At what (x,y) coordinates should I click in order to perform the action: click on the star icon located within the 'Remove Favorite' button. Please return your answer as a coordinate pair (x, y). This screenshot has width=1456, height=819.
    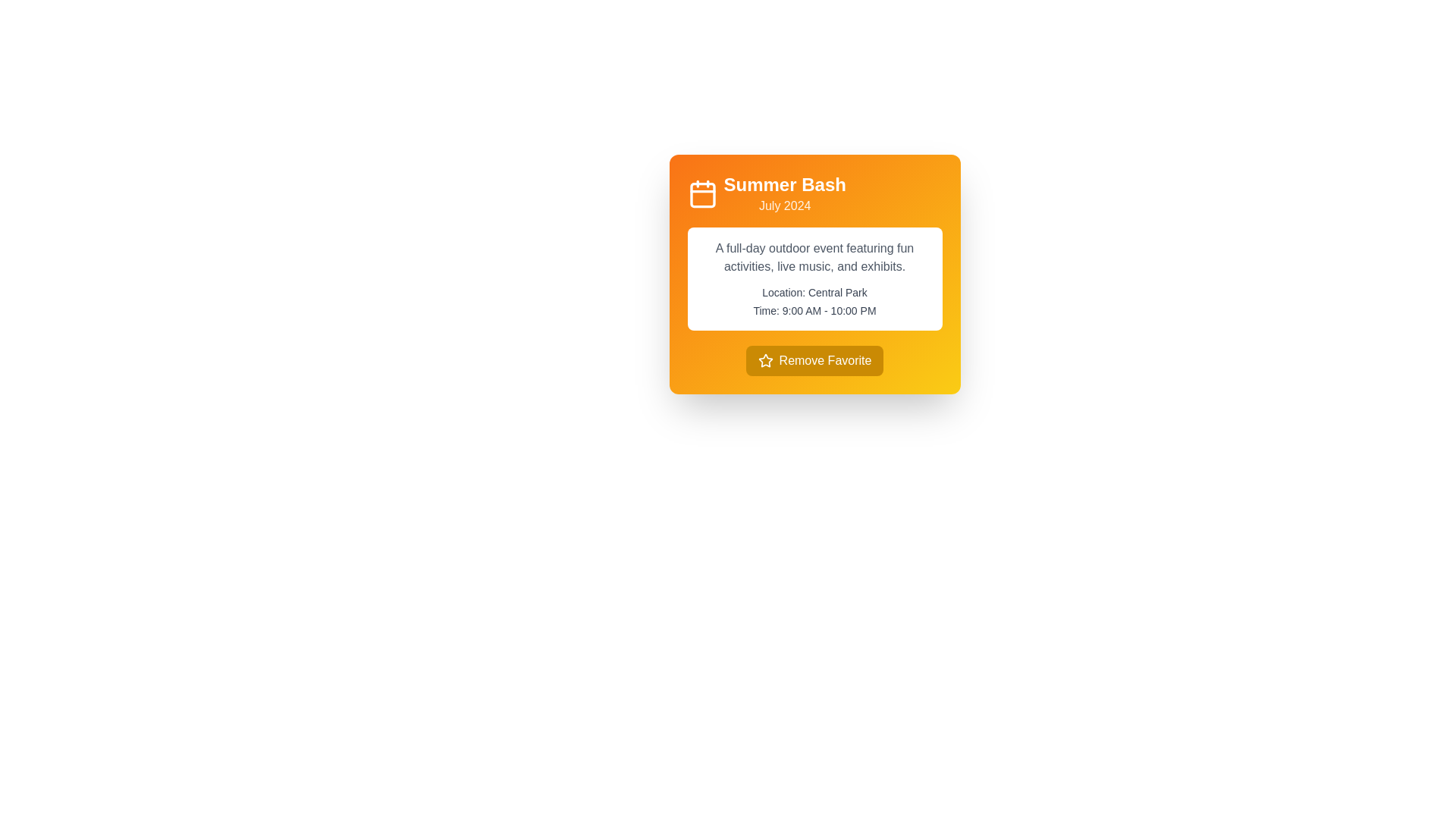
    Looking at the image, I should click on (765, 360).